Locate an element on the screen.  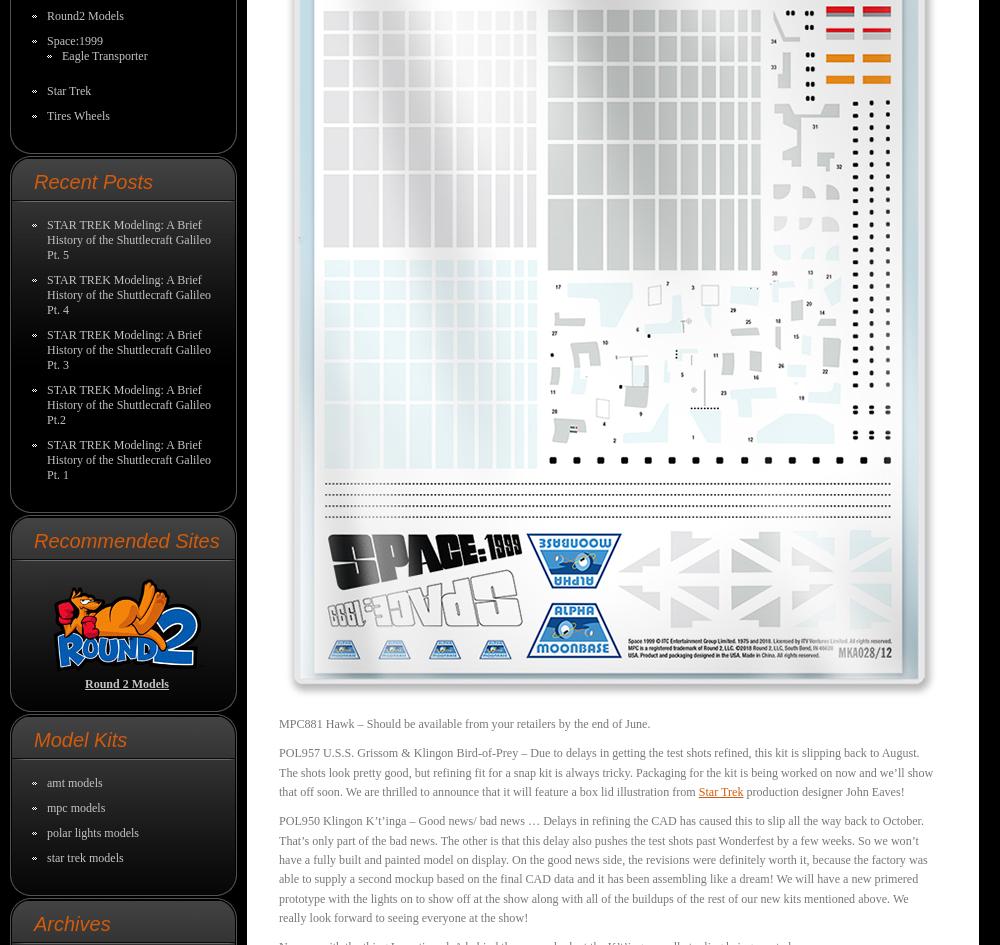
'Recent Posts' is located at coordinates (34, 182).